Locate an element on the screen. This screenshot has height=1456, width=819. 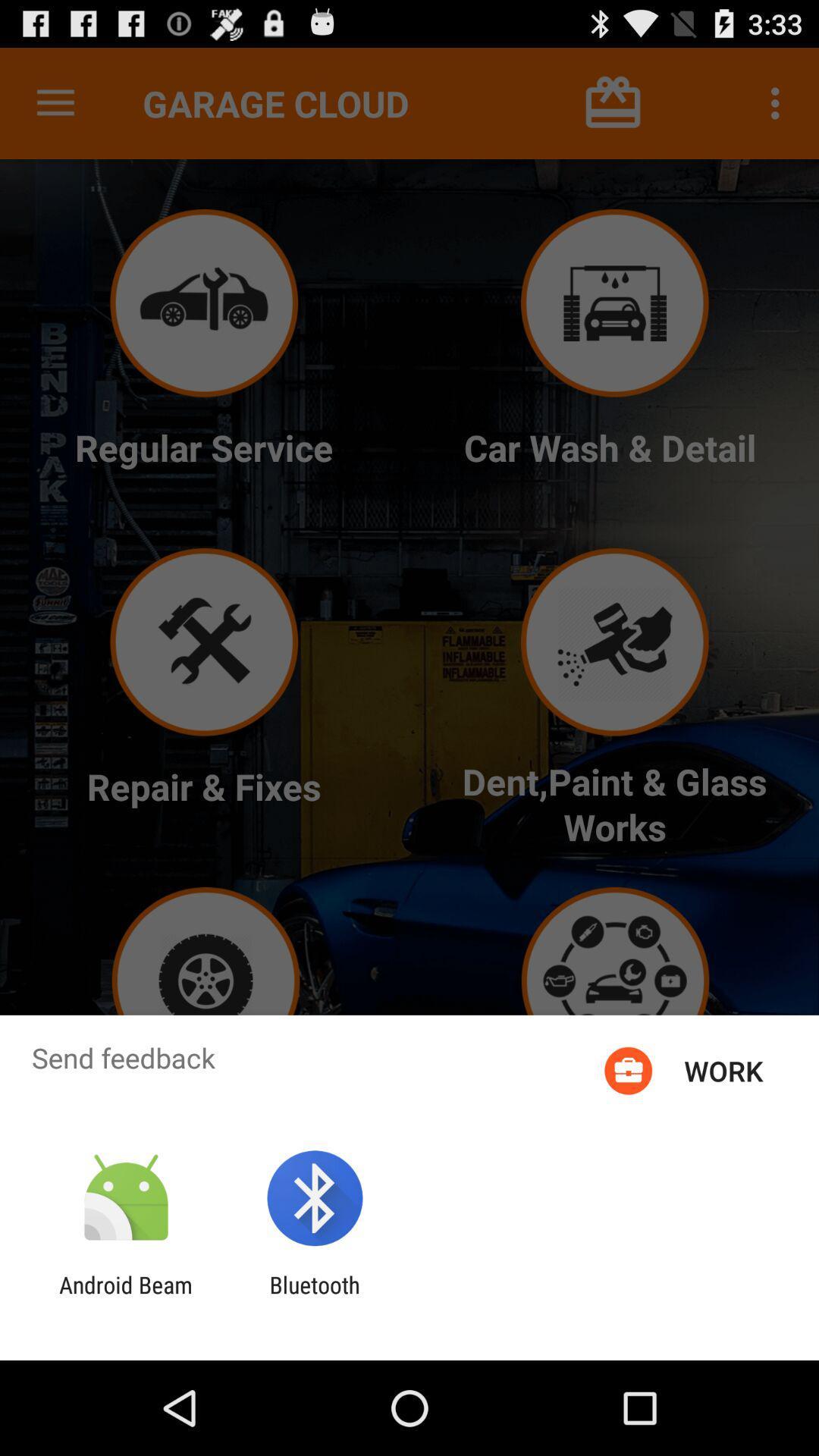
the bluetooth item is located at coordinates (314, 1298).